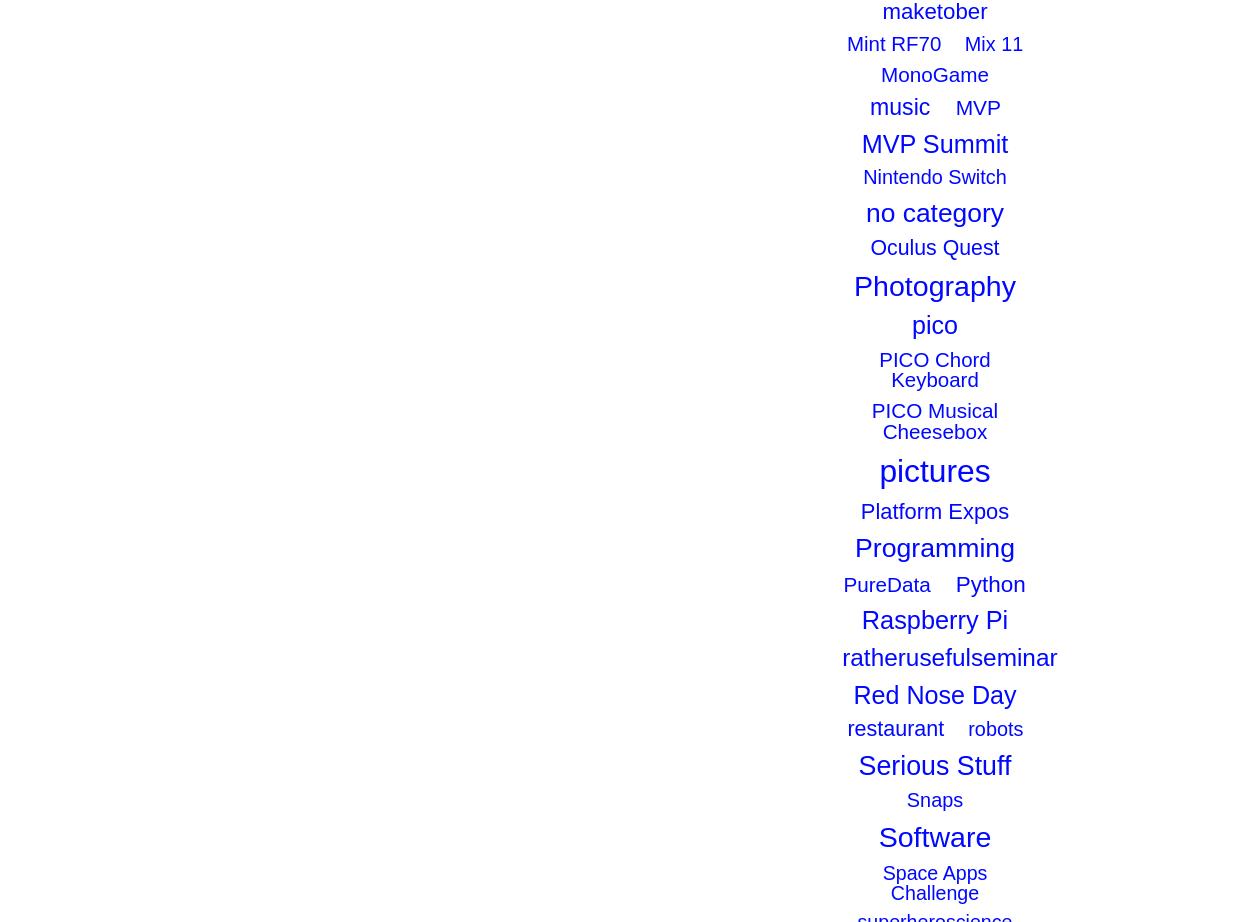  What do you see at coordinates (934, 246) in the screenshot?
I see `'Oculus Quest'` at bounding box center [934, 246].